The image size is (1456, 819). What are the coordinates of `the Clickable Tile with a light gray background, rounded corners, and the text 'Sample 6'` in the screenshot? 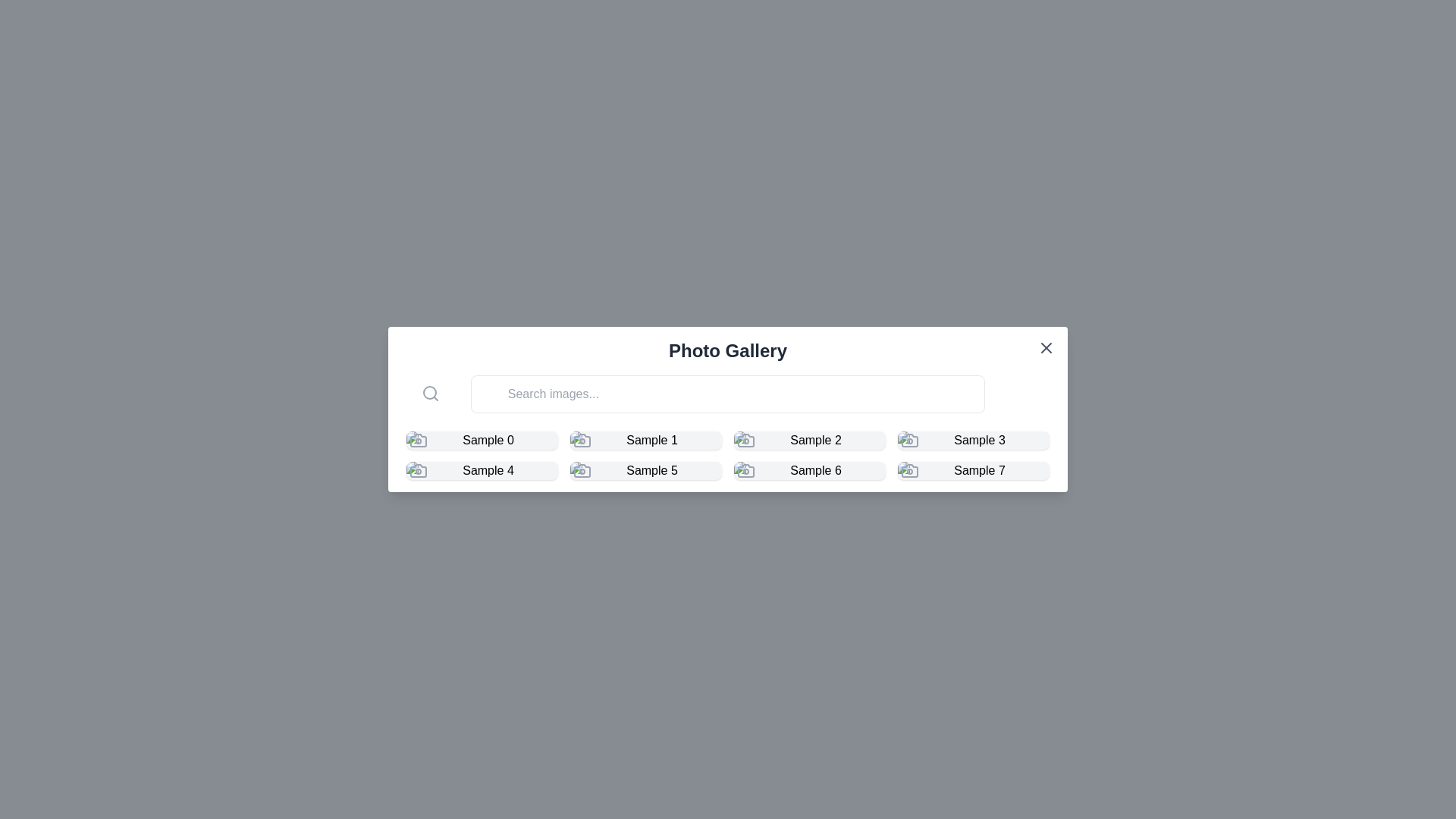 It's located at (809, 470).